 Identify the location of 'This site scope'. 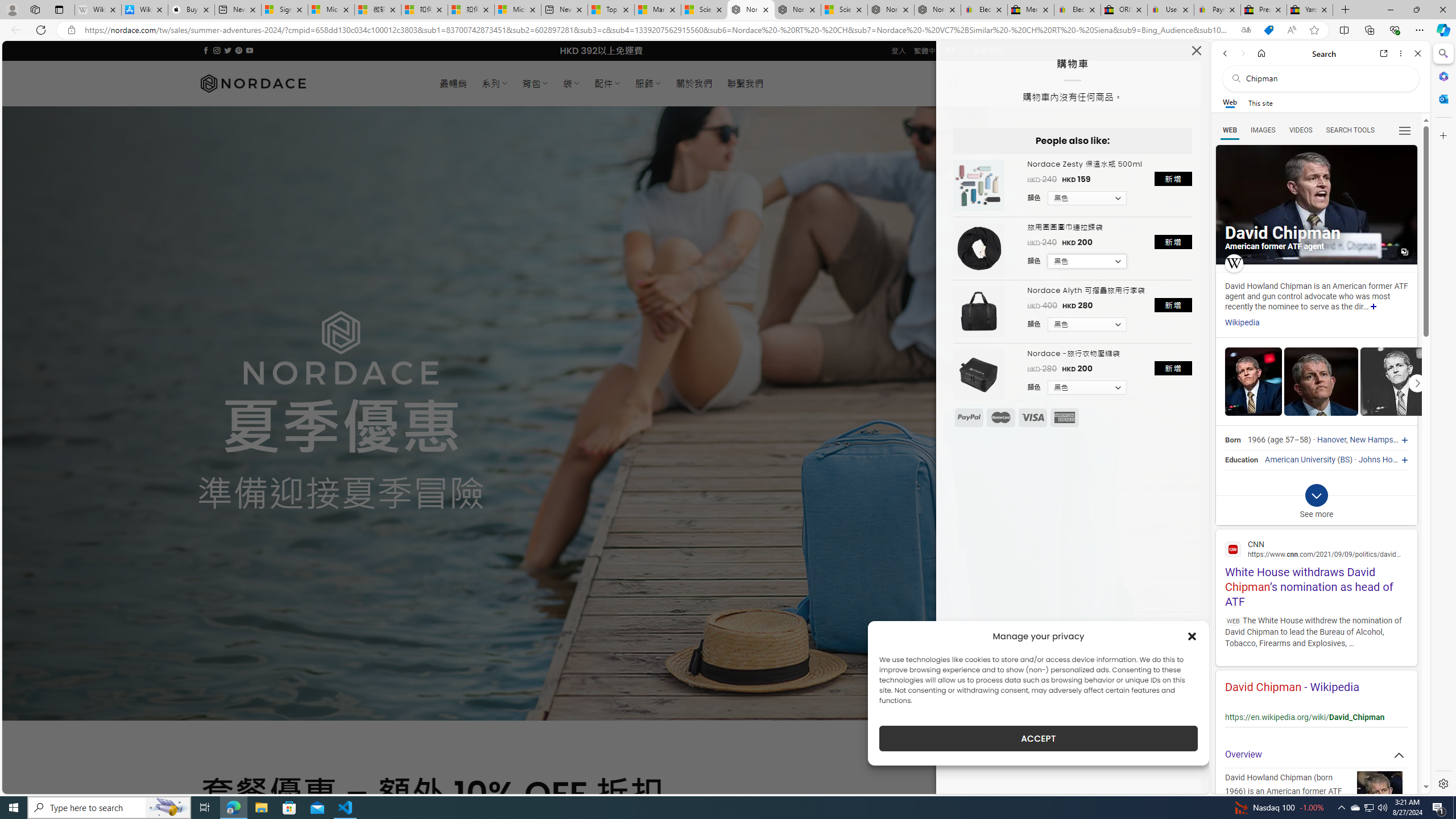
(1259, 102).